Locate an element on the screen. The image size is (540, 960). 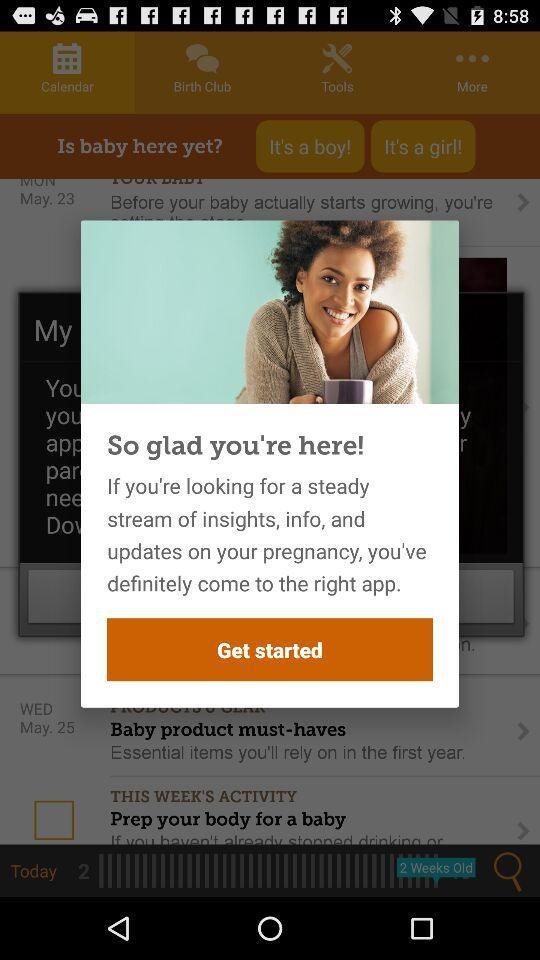
the item at the bottom is located at coordinates (270, 648).